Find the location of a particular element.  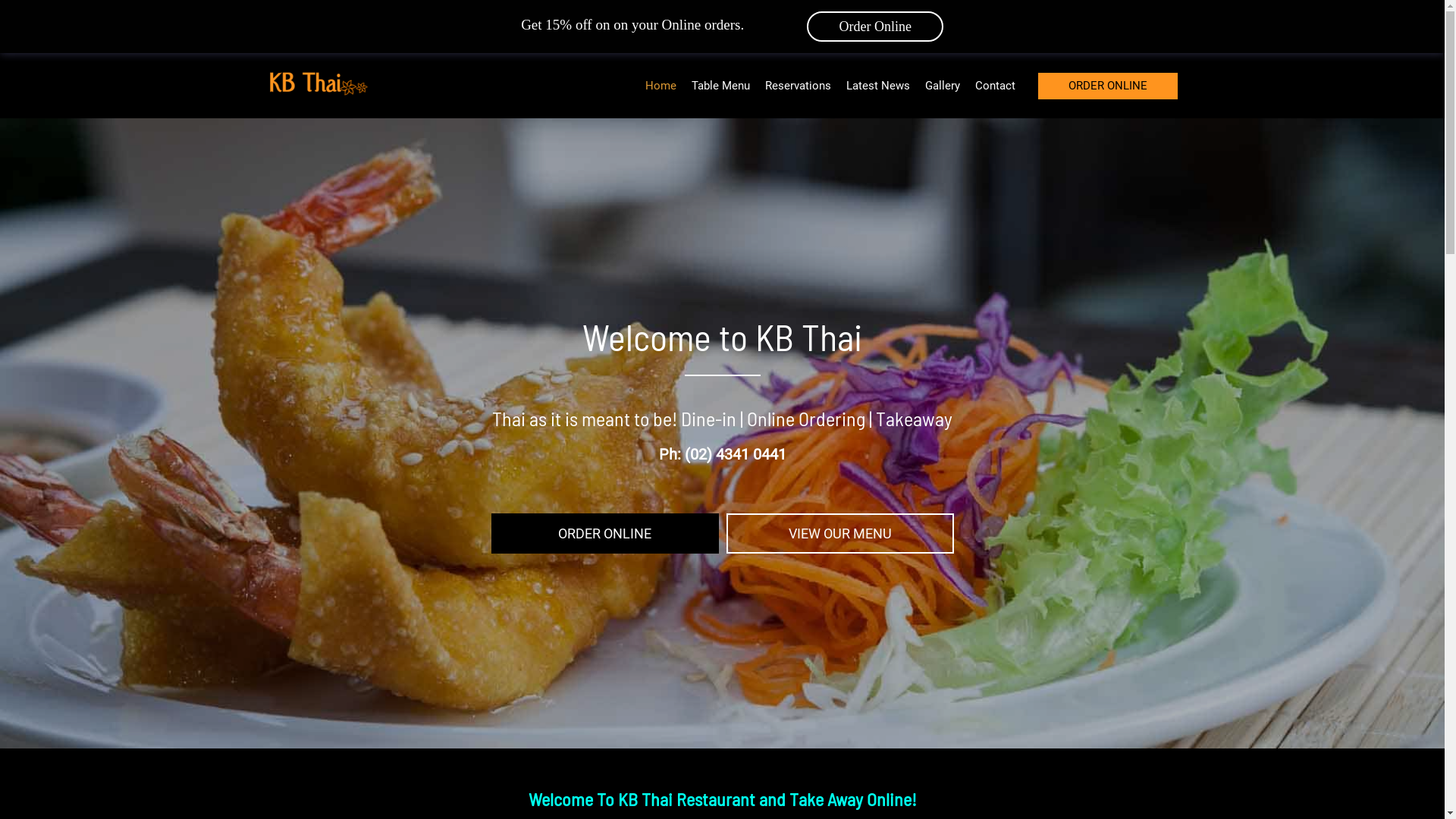

'VIEW OUR MENU' is located at coordinates (839, 533).